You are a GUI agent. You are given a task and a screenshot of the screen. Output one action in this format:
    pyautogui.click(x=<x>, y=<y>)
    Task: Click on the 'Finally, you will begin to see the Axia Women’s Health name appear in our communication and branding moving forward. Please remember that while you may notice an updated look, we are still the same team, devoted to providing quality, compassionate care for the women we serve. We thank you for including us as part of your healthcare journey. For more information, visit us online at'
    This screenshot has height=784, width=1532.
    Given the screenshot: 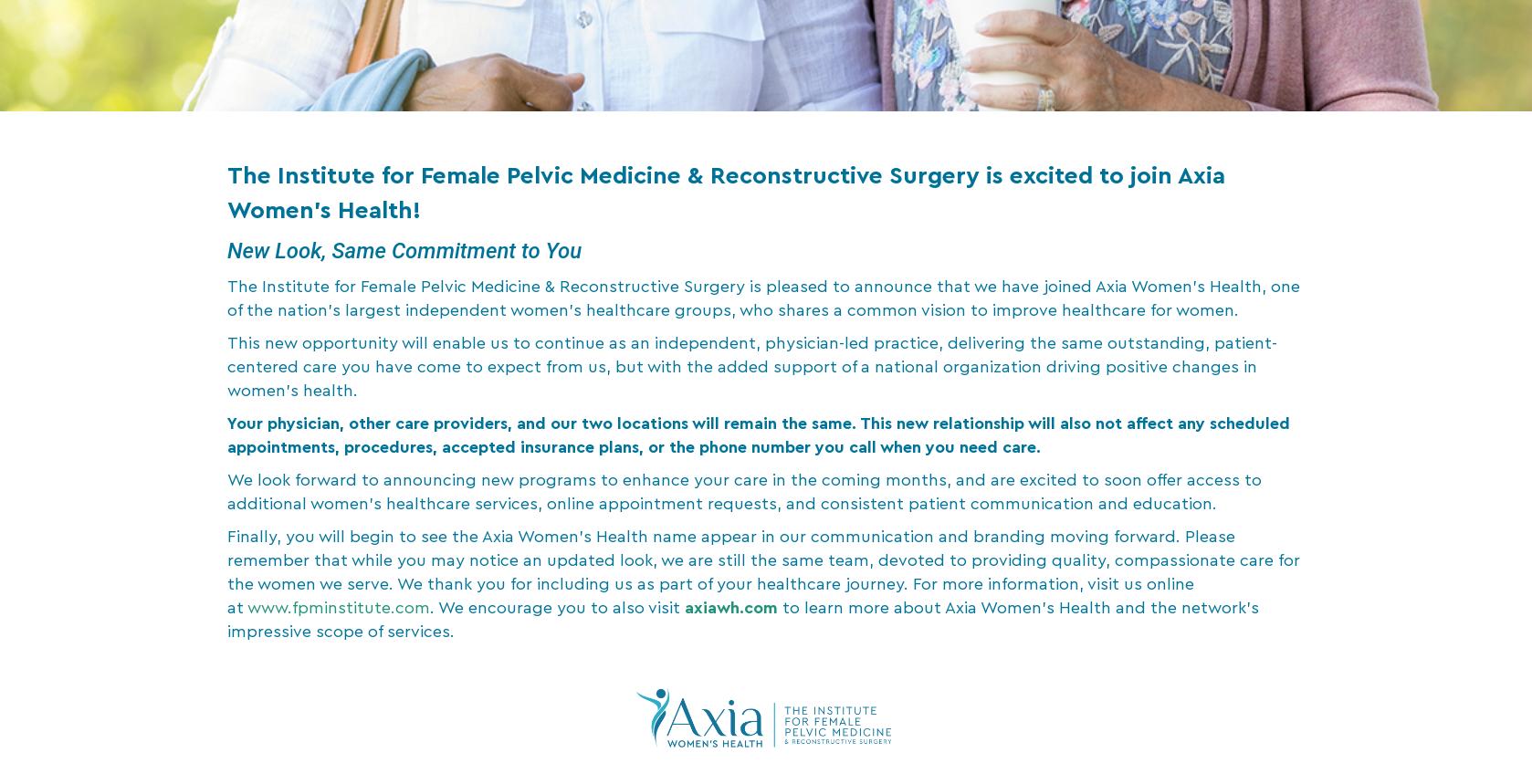 What is the action you would take?
    pyautogui.click(x=762, y=570)
    